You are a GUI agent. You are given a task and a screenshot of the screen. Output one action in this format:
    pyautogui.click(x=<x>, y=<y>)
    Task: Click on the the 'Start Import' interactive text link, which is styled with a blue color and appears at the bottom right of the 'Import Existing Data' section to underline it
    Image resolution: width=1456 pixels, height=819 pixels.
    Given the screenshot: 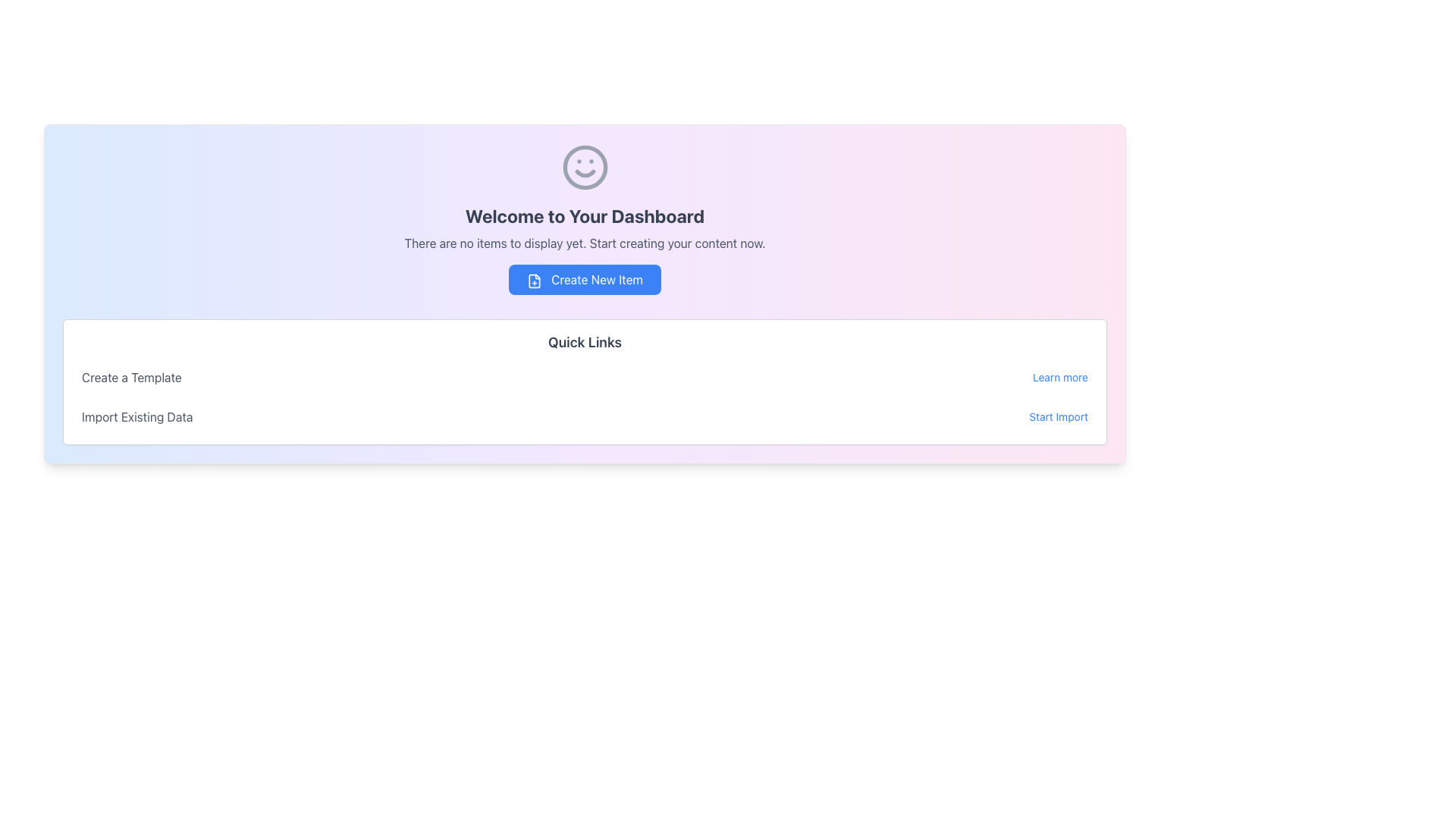 What is the action you would take?
    pyautogui.click(x=1058, y=417)
    